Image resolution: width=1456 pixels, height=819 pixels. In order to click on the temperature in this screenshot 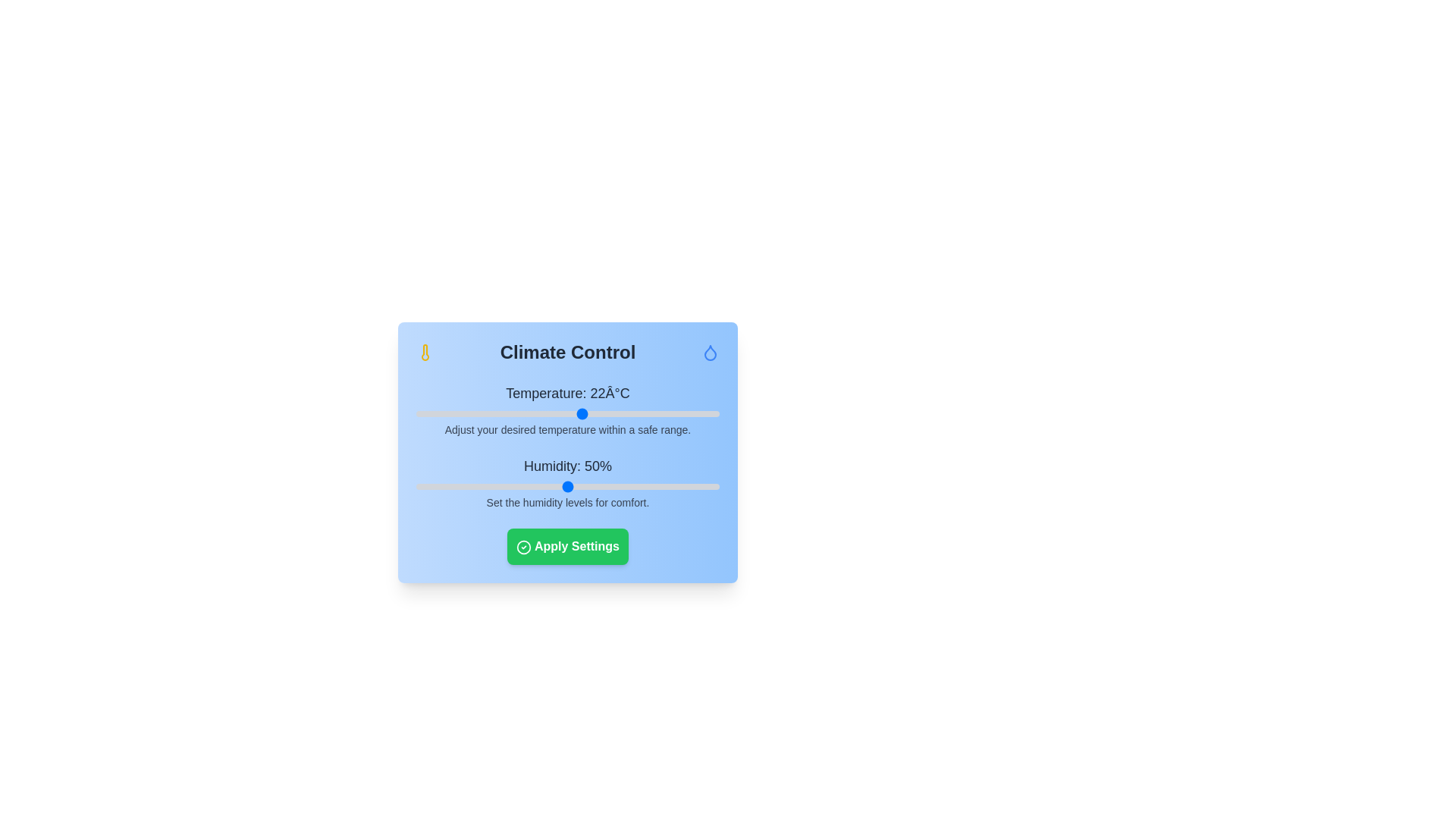, I will do `click(491, 414)`.